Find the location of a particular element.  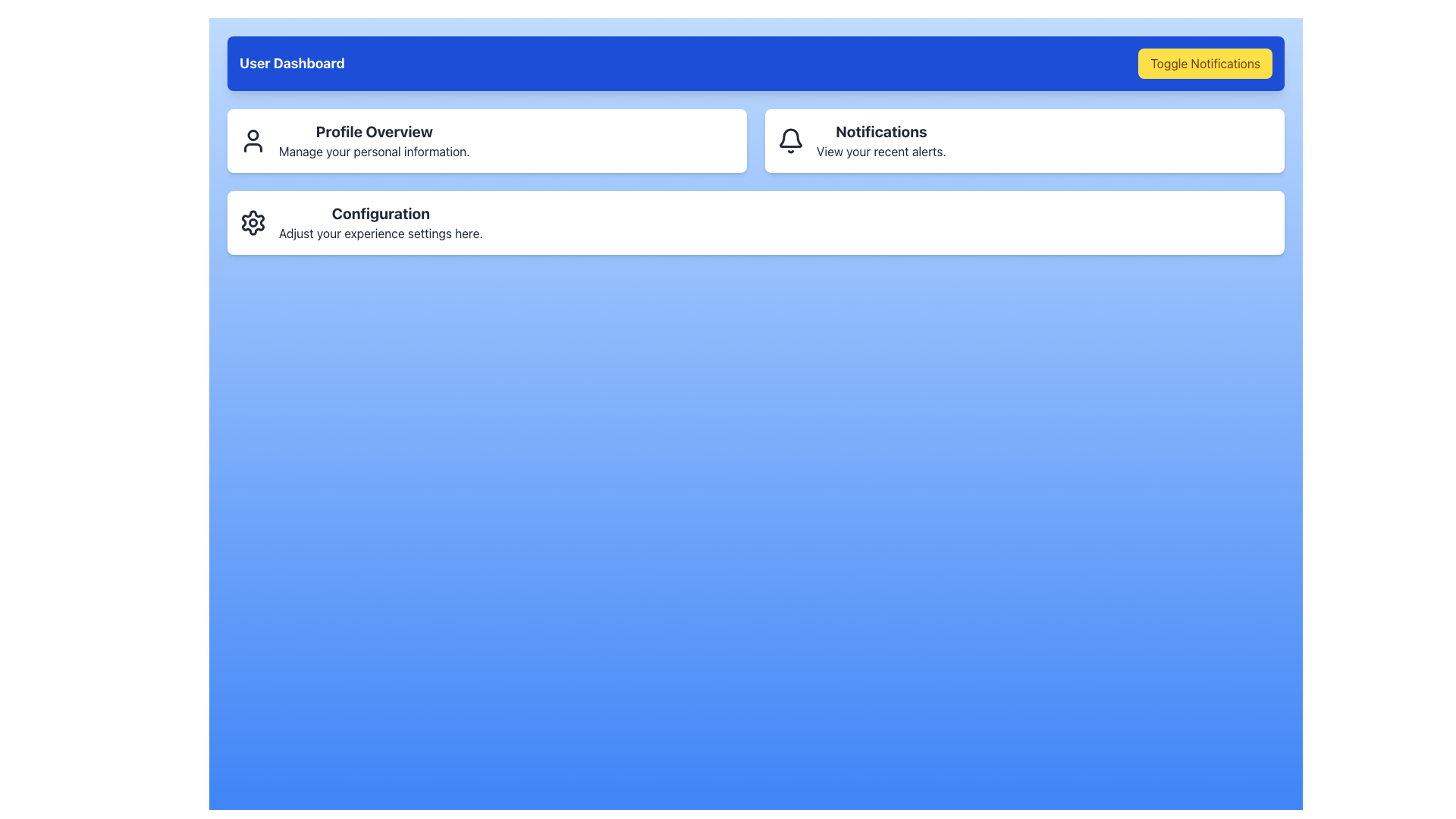

the descriptive text label that guides the user to modify their experience settings, located below the 'Configuration' header and indented compared to the gear icon is located at coordinates (381, 234).